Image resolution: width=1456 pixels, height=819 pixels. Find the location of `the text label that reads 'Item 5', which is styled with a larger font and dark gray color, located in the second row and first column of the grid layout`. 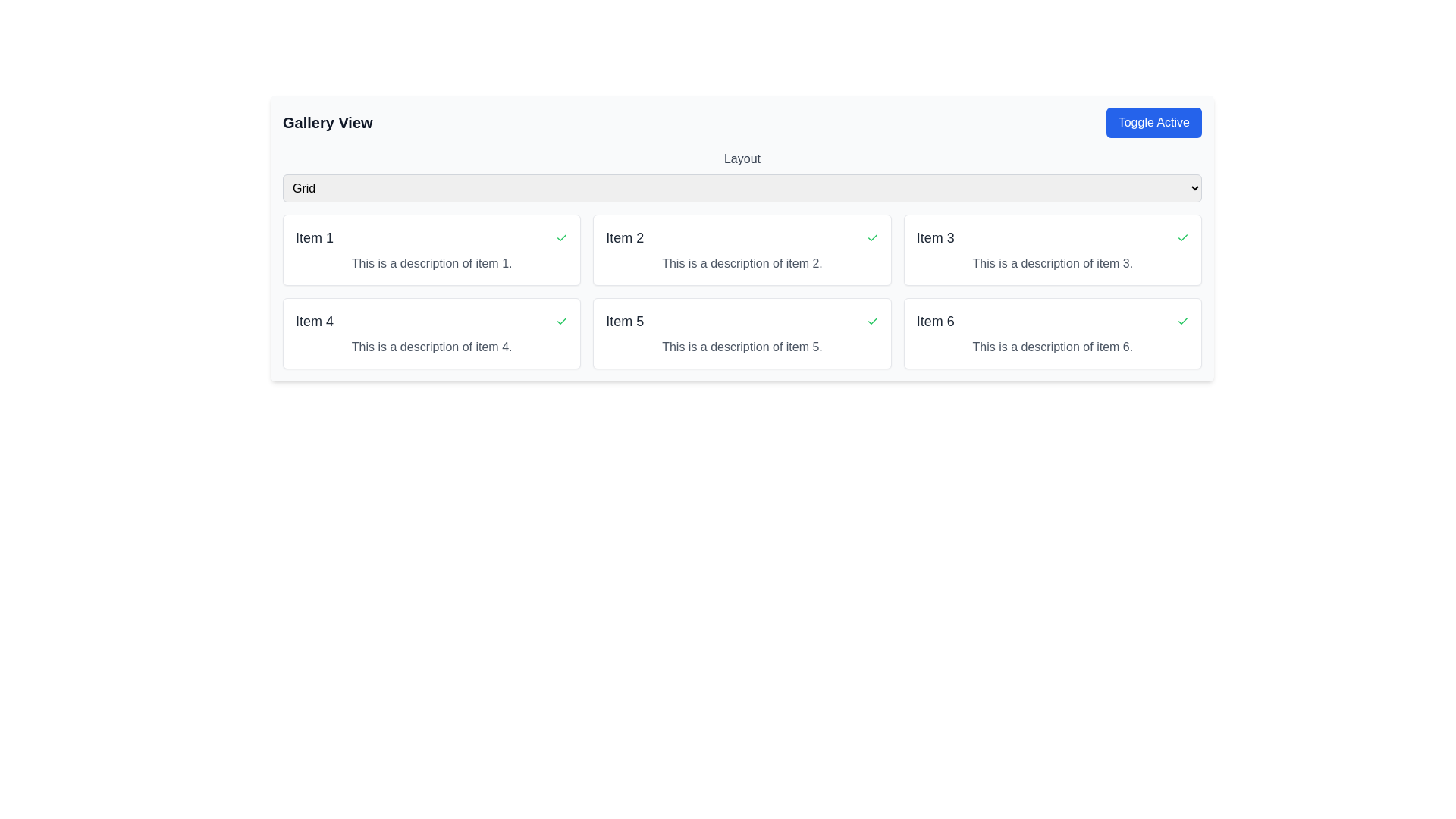

the text label that reads 'Item 5', which is styled with a larger font and dark gray color, located in the second row and first column of the grid layout is located at coordinates (625, 321).